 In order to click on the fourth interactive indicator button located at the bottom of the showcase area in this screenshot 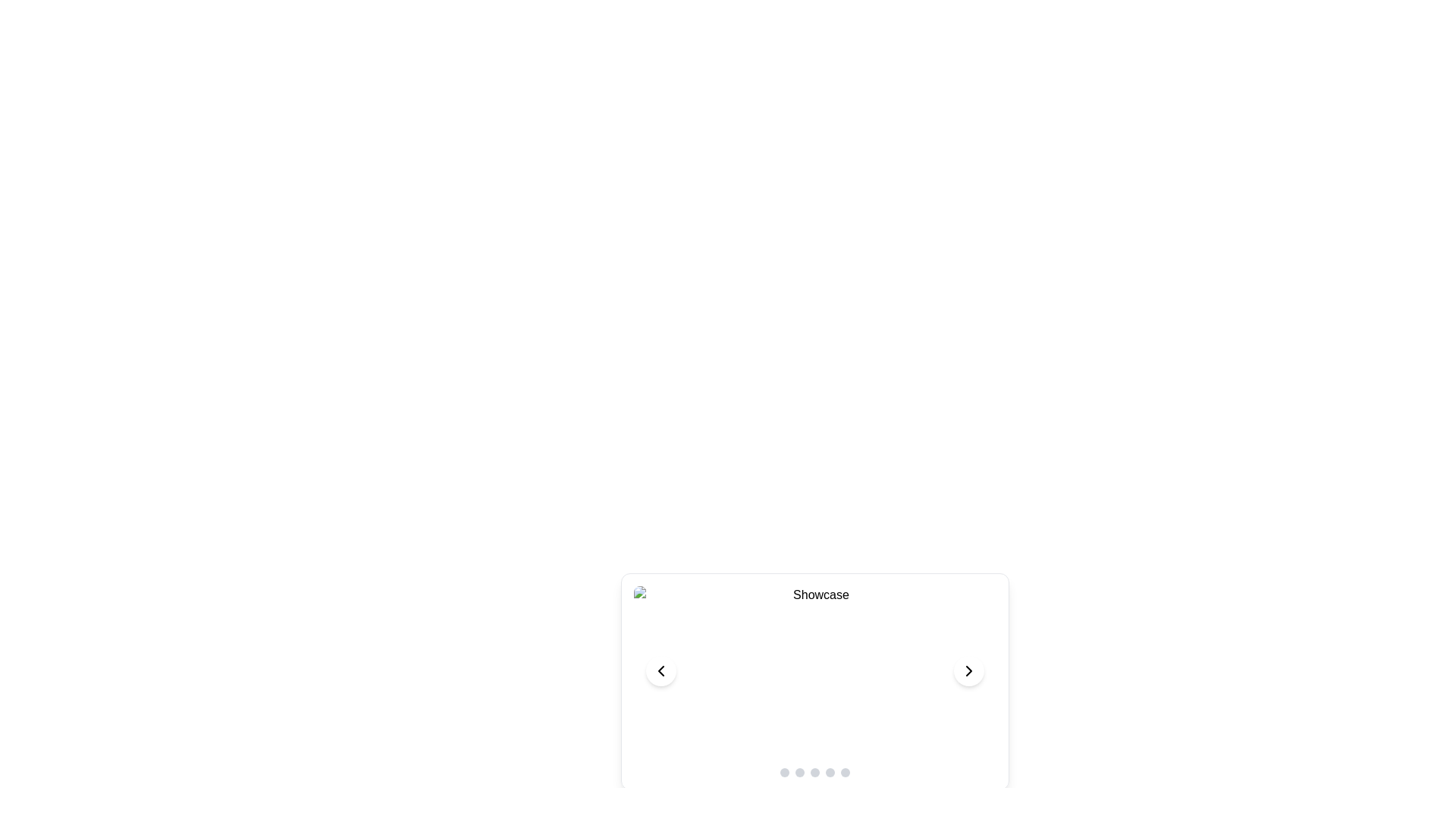, I will do `click(829, 772)`.